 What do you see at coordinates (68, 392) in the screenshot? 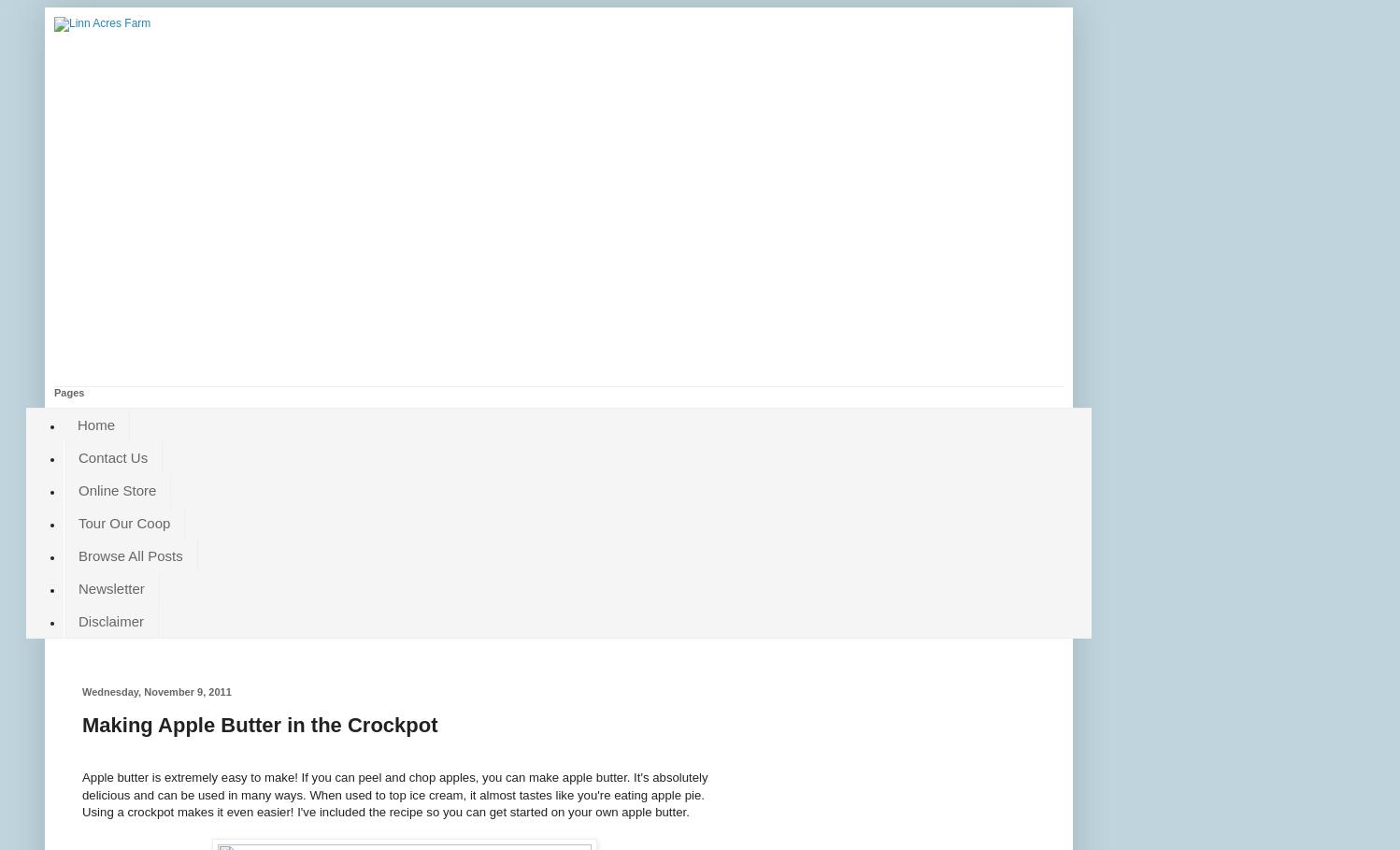
I see `'Pages'` at bounding box center [68, 392].